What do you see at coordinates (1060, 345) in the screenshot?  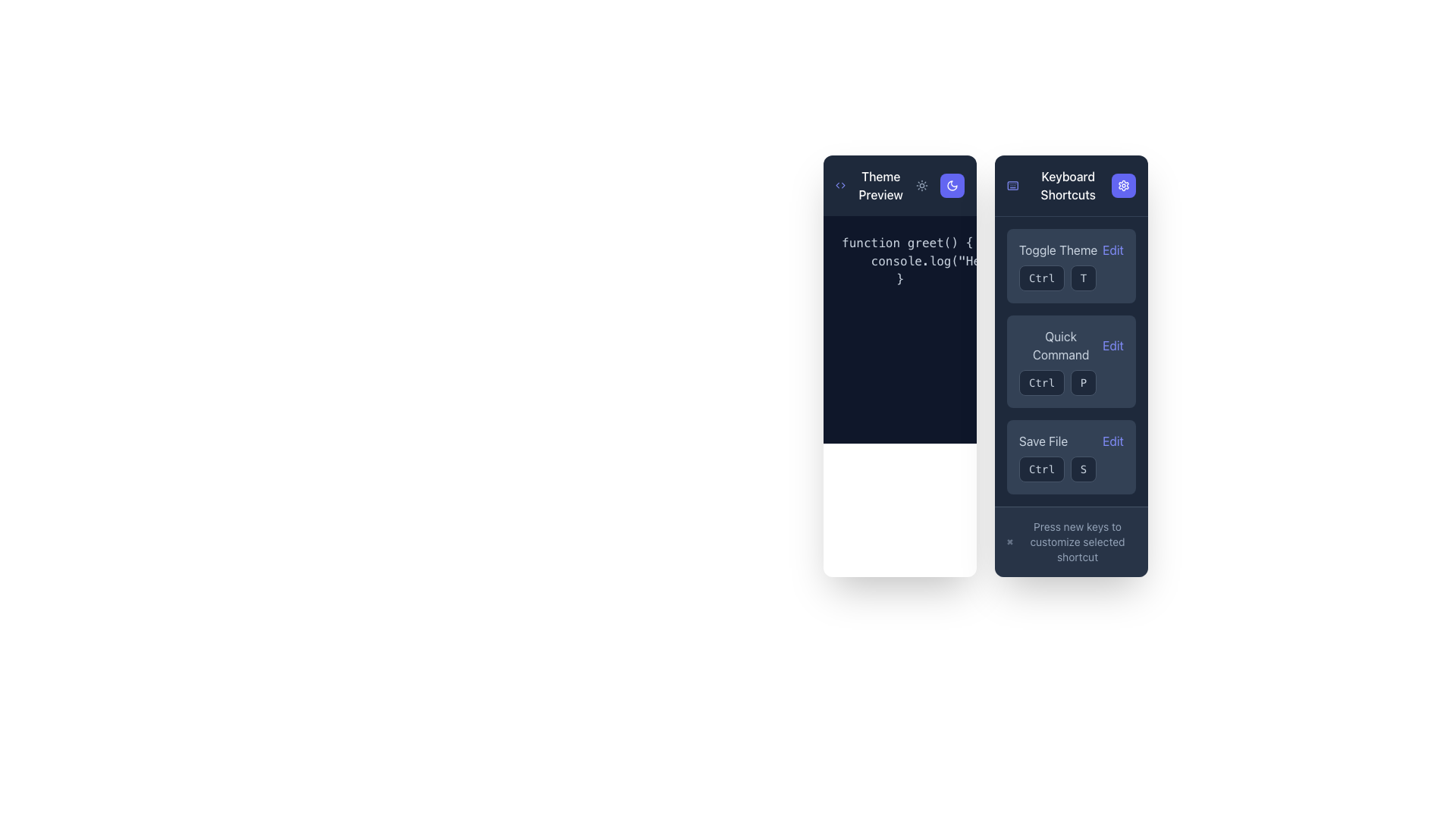 I see `text content of the 'Quick Command' label located in the second row of the 'Keyboard Shortcuts' pane, positioned left adjacent to the 'Edit' link` at bounding box center [1060, 345].